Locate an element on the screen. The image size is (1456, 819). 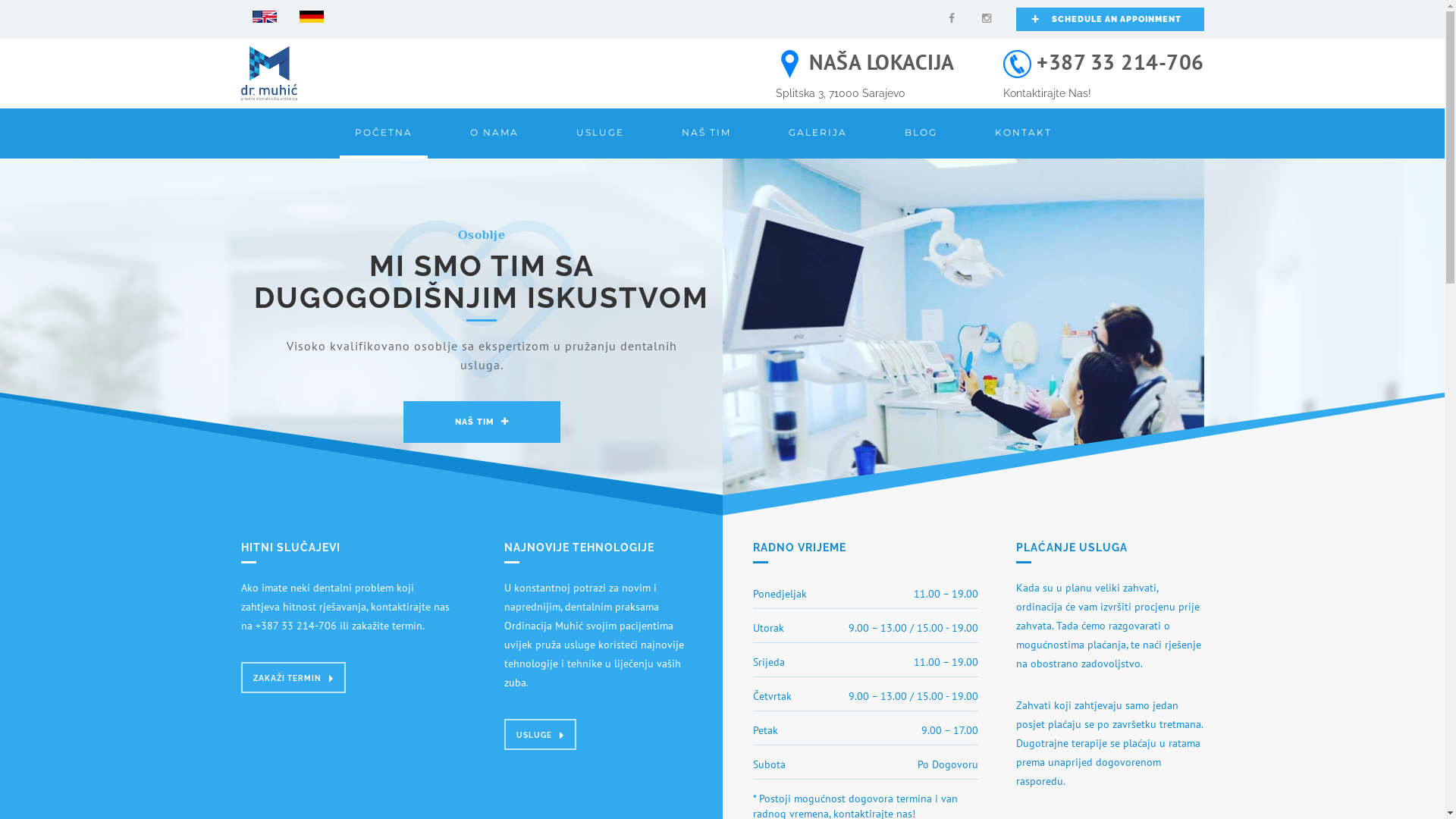
'KONTAKT' is located at coordinates (1023, 133).